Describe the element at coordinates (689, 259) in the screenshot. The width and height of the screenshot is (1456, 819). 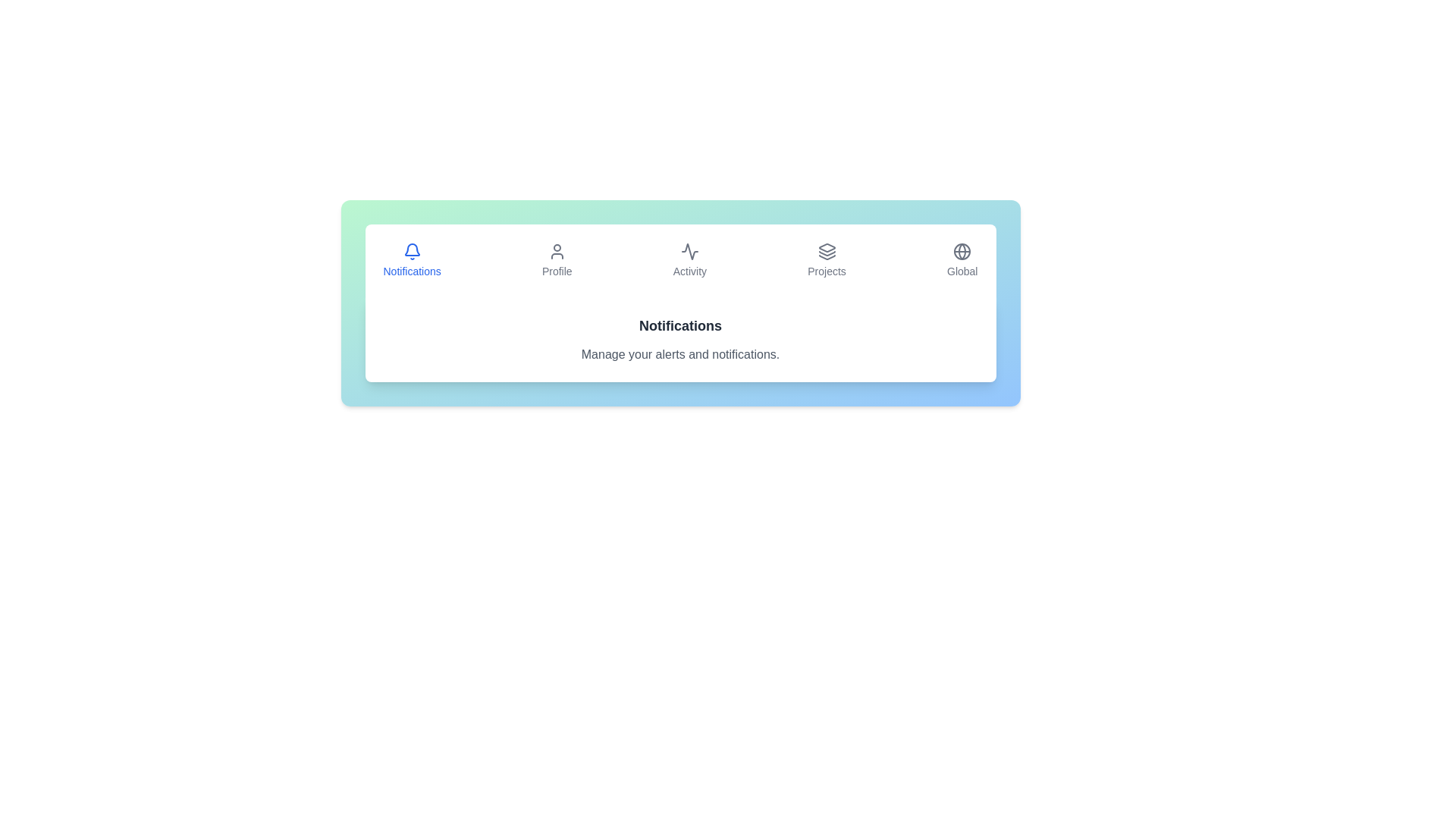
I see `the Activity tab by clicking on its button` at that location.